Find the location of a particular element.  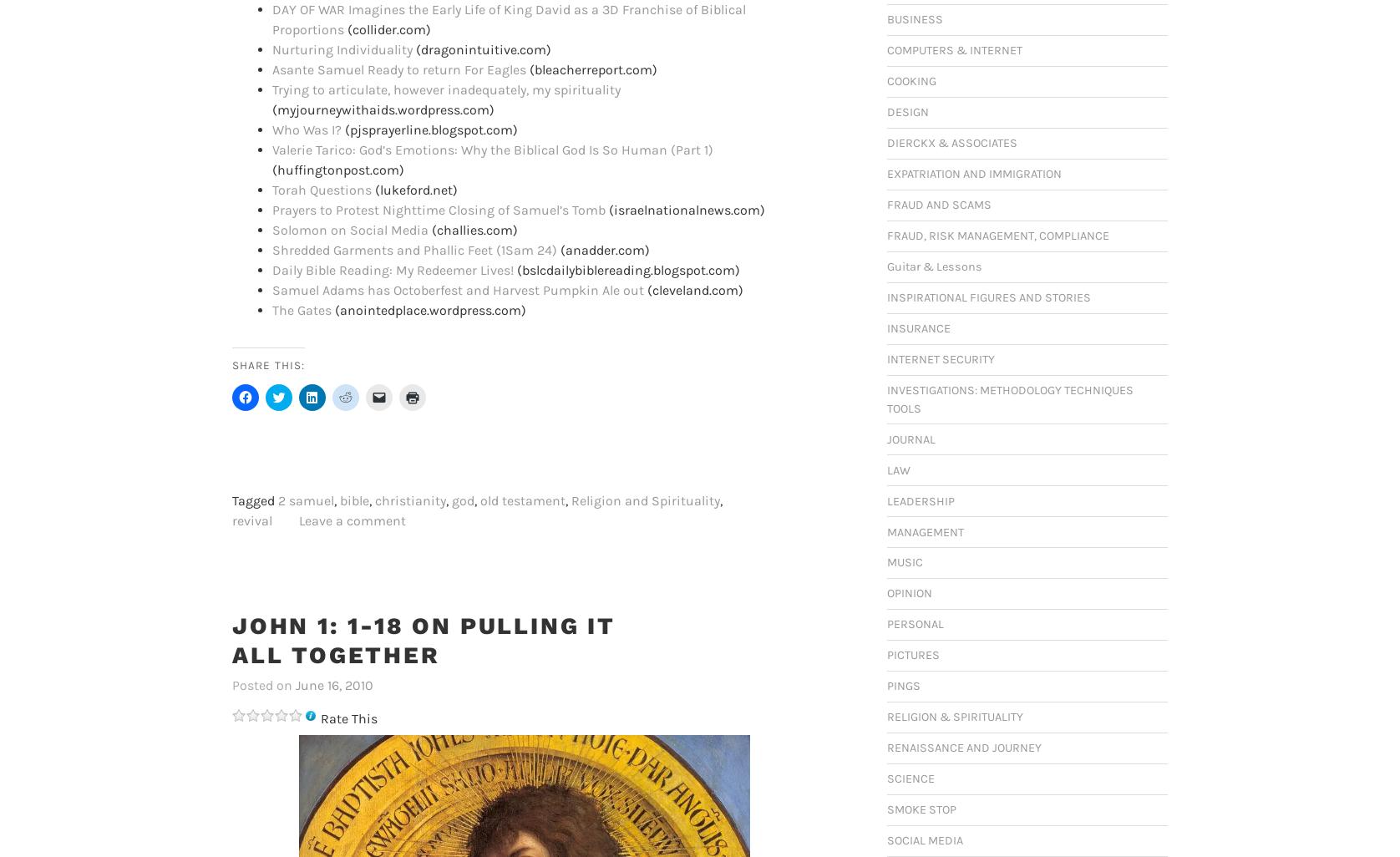

'Trying to articulate, however inadequately, my spirituality' is located at coordinates (446, 89).